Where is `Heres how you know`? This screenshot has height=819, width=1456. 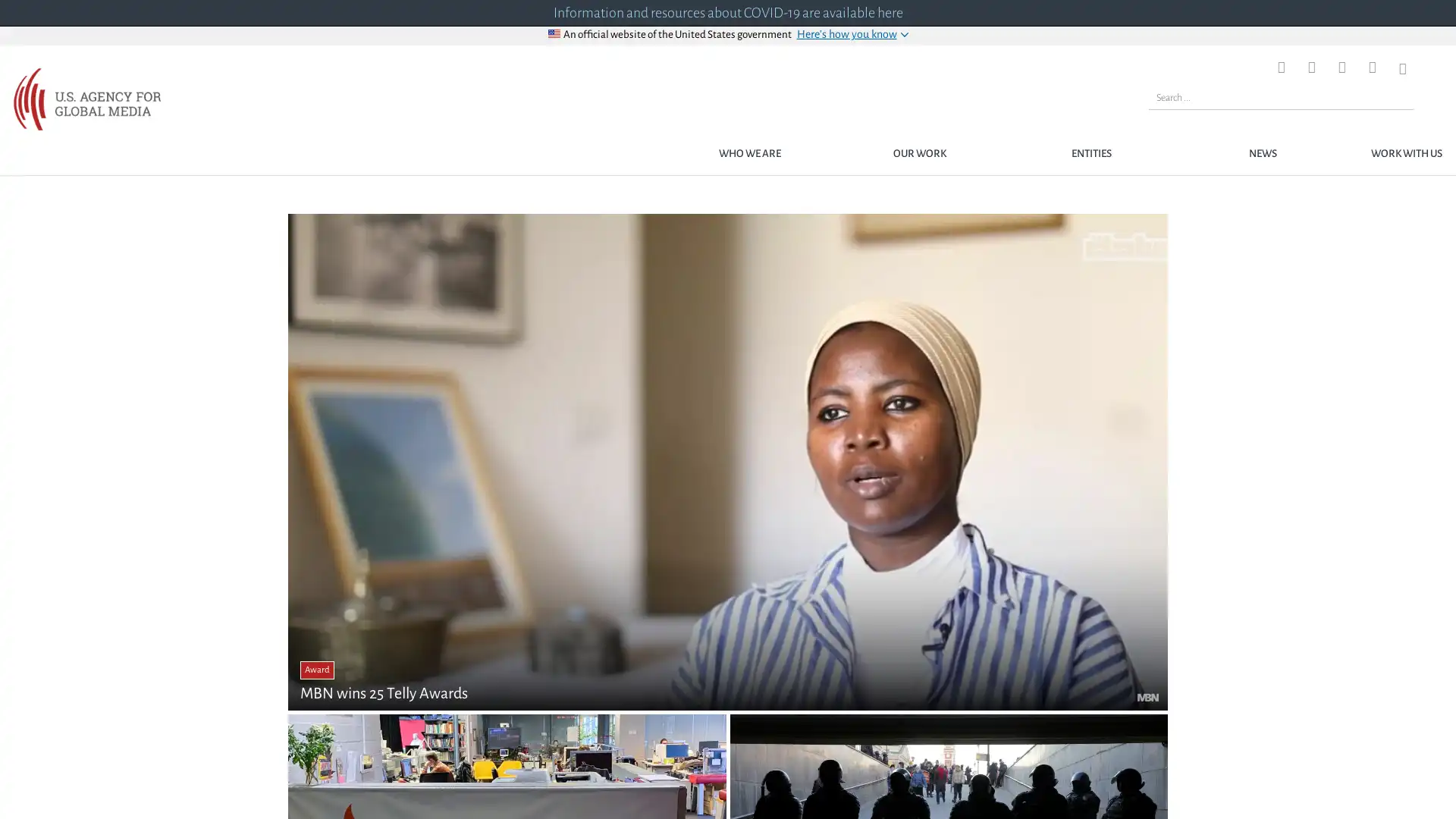 Heres how you know is located at coordinates (852, 34).